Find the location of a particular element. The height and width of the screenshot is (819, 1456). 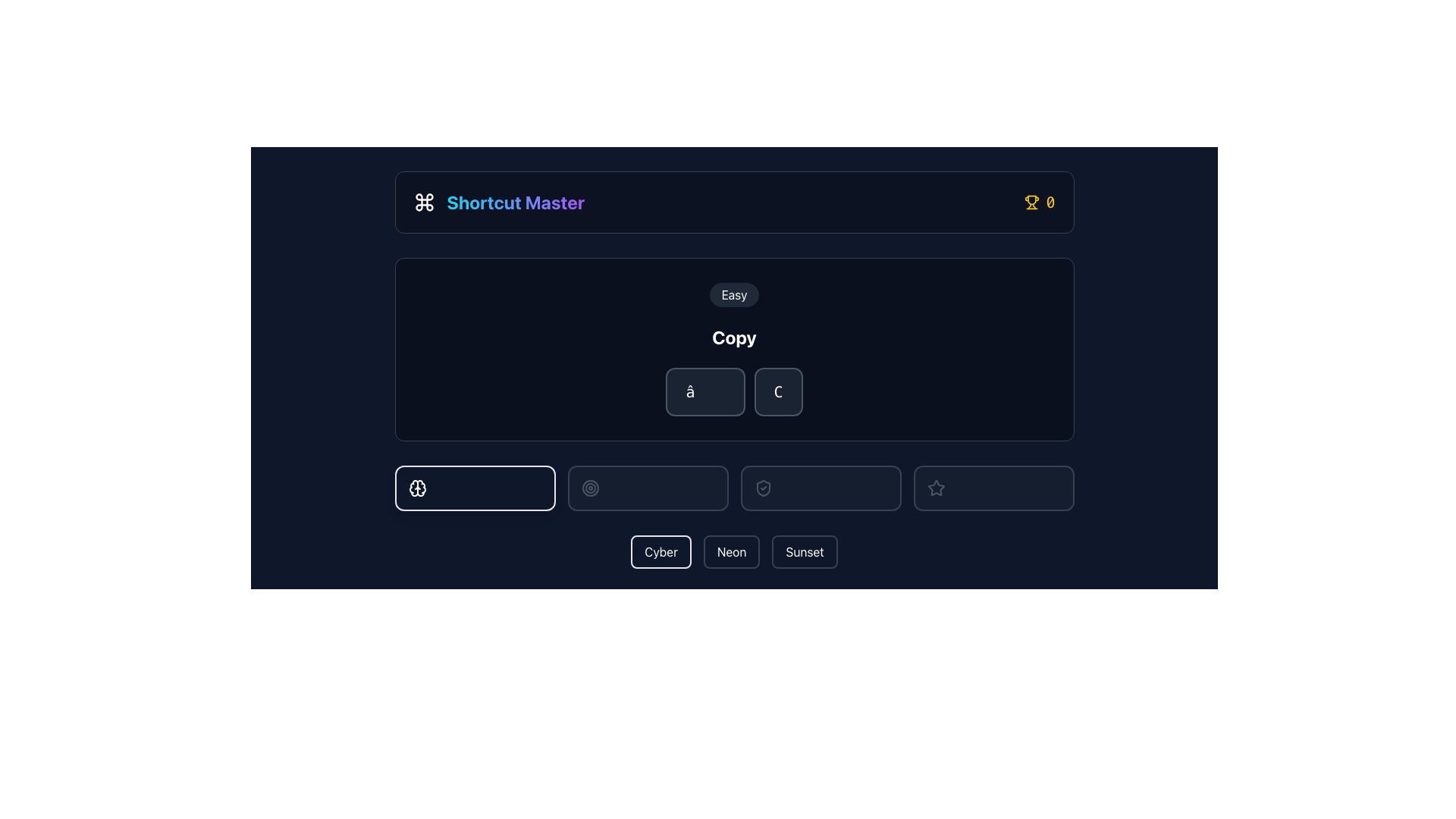

the bold yellow text label displaying the number '0', which is located next to a yellow trophy icon in the header area of the interface is located at coordinates (1050, 201).